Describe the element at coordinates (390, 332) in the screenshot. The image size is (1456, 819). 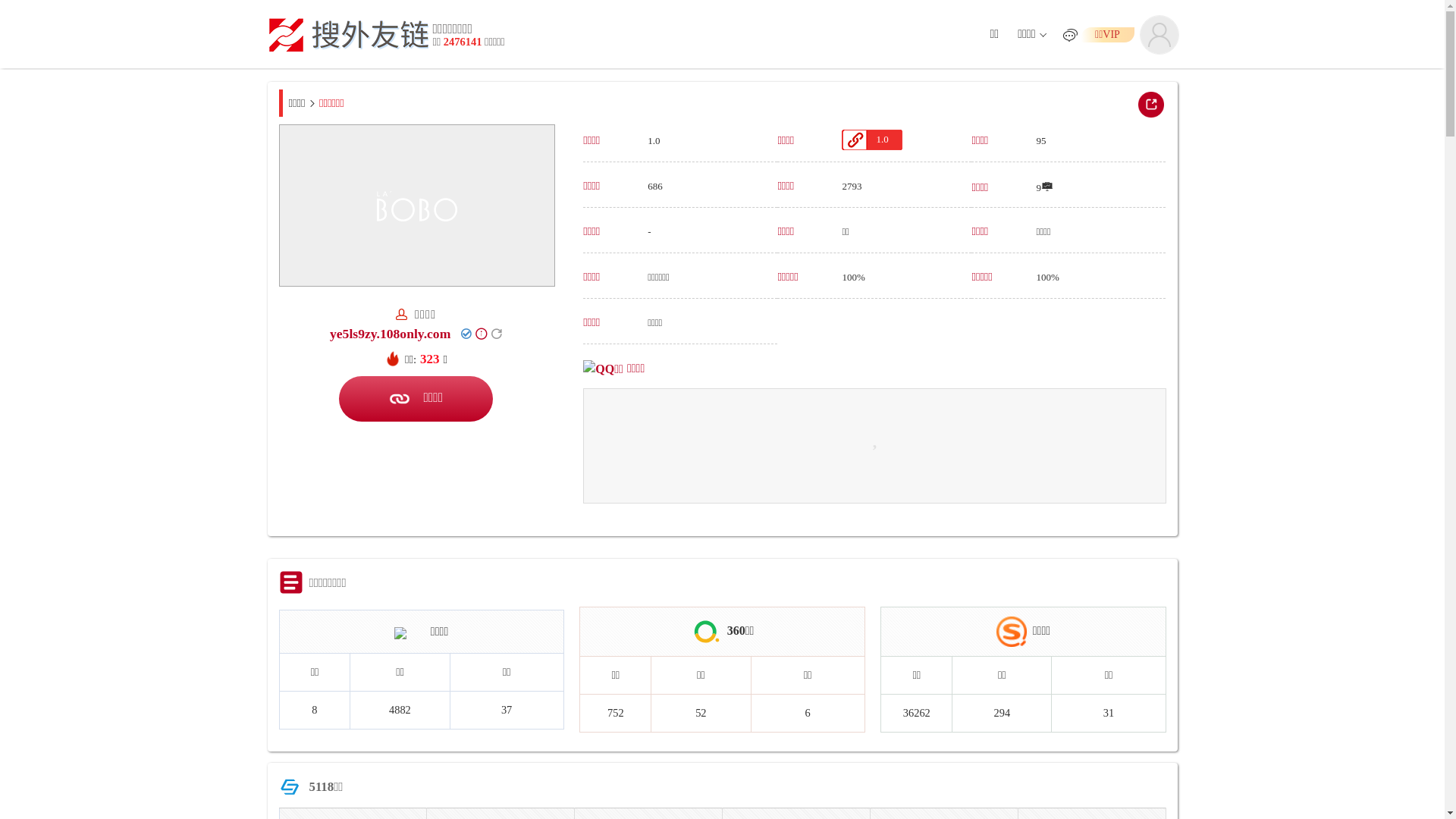
I see `'ye5ls9zy.108only.com'` at that location.